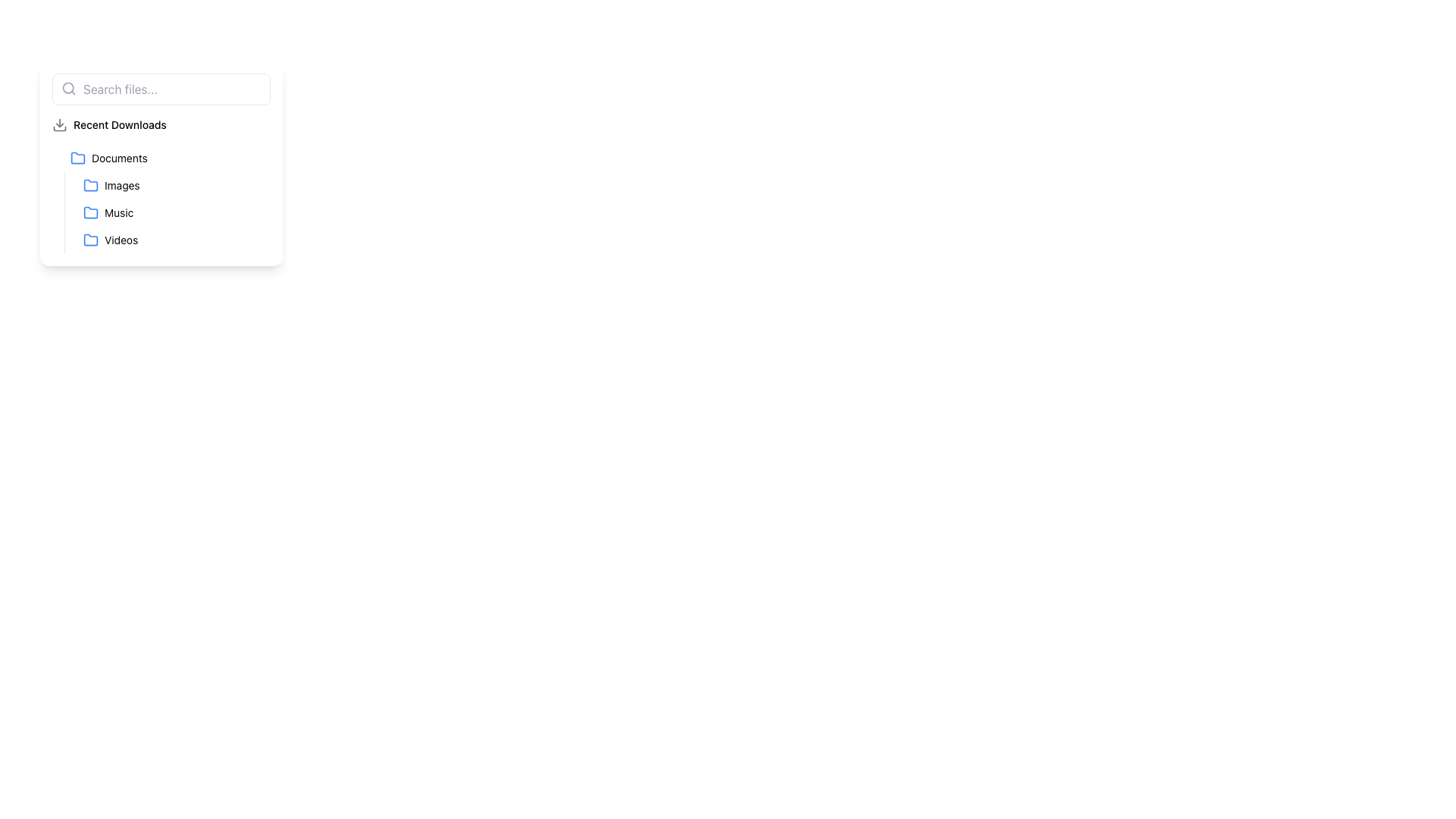  I want to click on the folder icon representing the 'Images' folder, so click(90, 184).